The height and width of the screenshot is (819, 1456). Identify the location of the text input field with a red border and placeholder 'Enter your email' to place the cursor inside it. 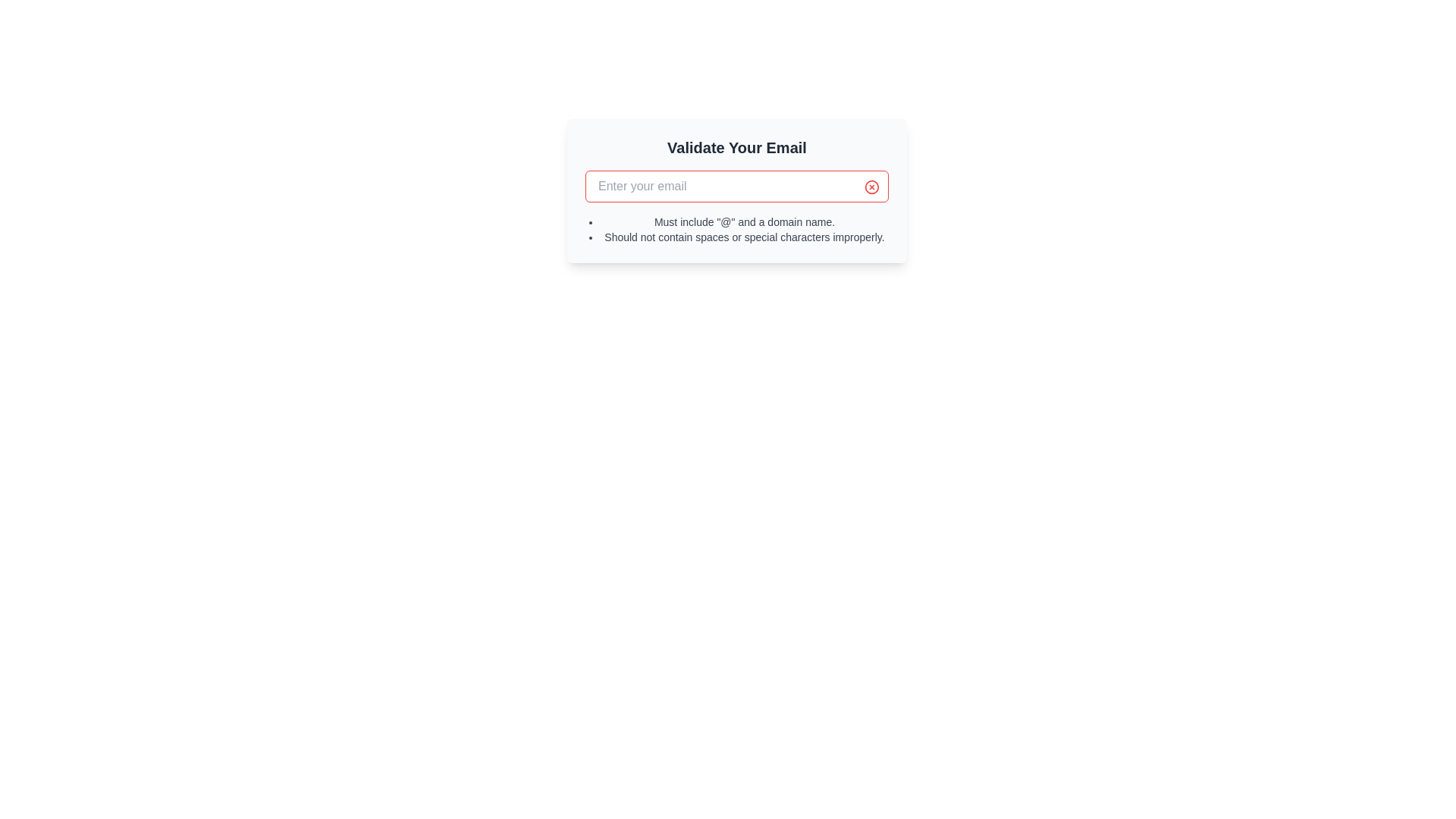
(736, 186).